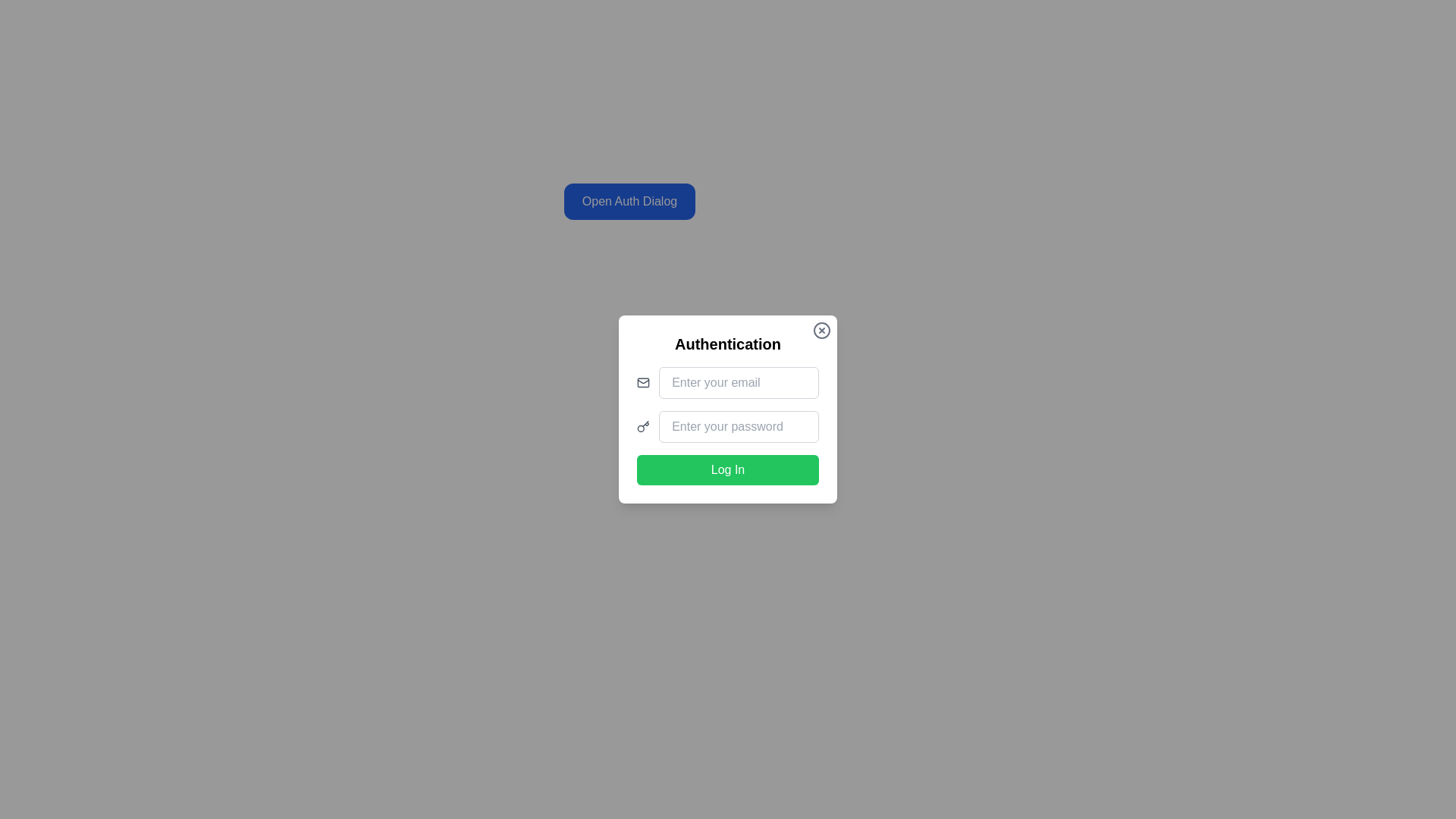 This screenshot has height=819, width=1456. What do you see at coordinates (728, 382) in the screenshot?
I see `the email text input field, which has a placeholder text 'Enter your email' and is styled with rounded borders` at bounding box center [728, 382].